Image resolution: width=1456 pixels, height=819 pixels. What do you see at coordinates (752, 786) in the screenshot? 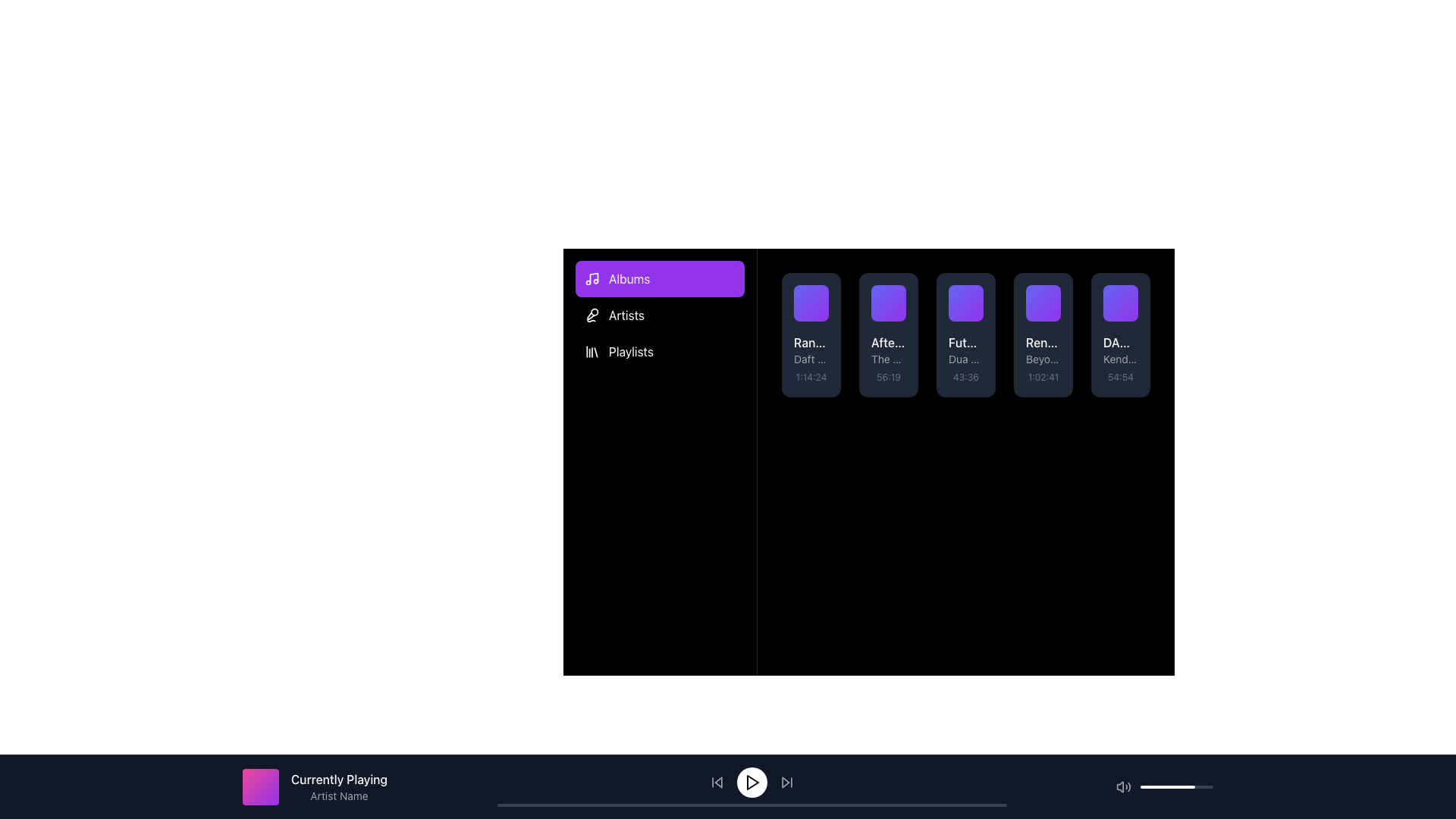
I see `the play button located at the bottom center of the interface` at bounding box center [752, 786].